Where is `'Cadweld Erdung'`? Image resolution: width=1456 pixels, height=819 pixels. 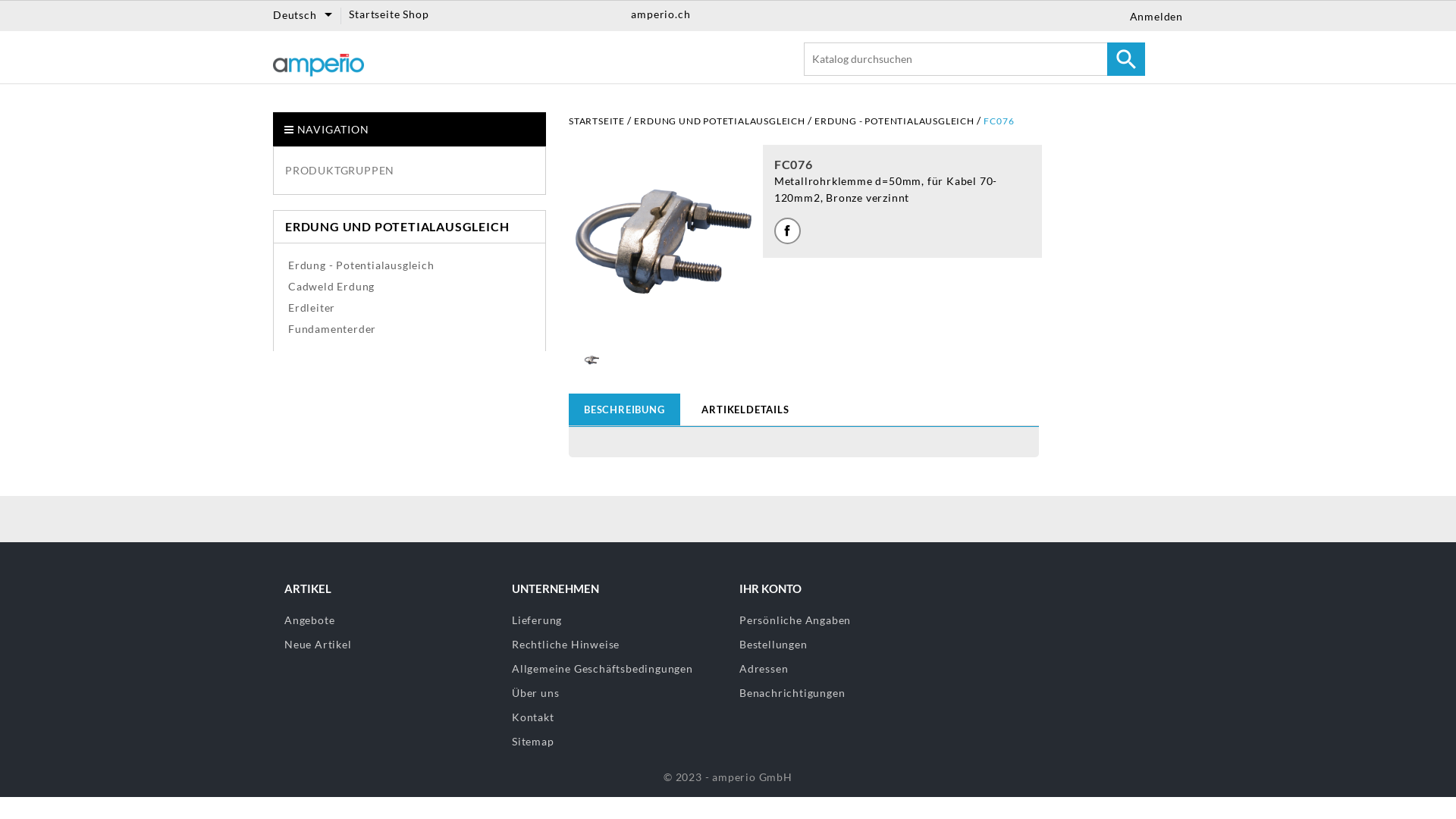
'Cadweld Erdung' is located at coordinates (330, 287).